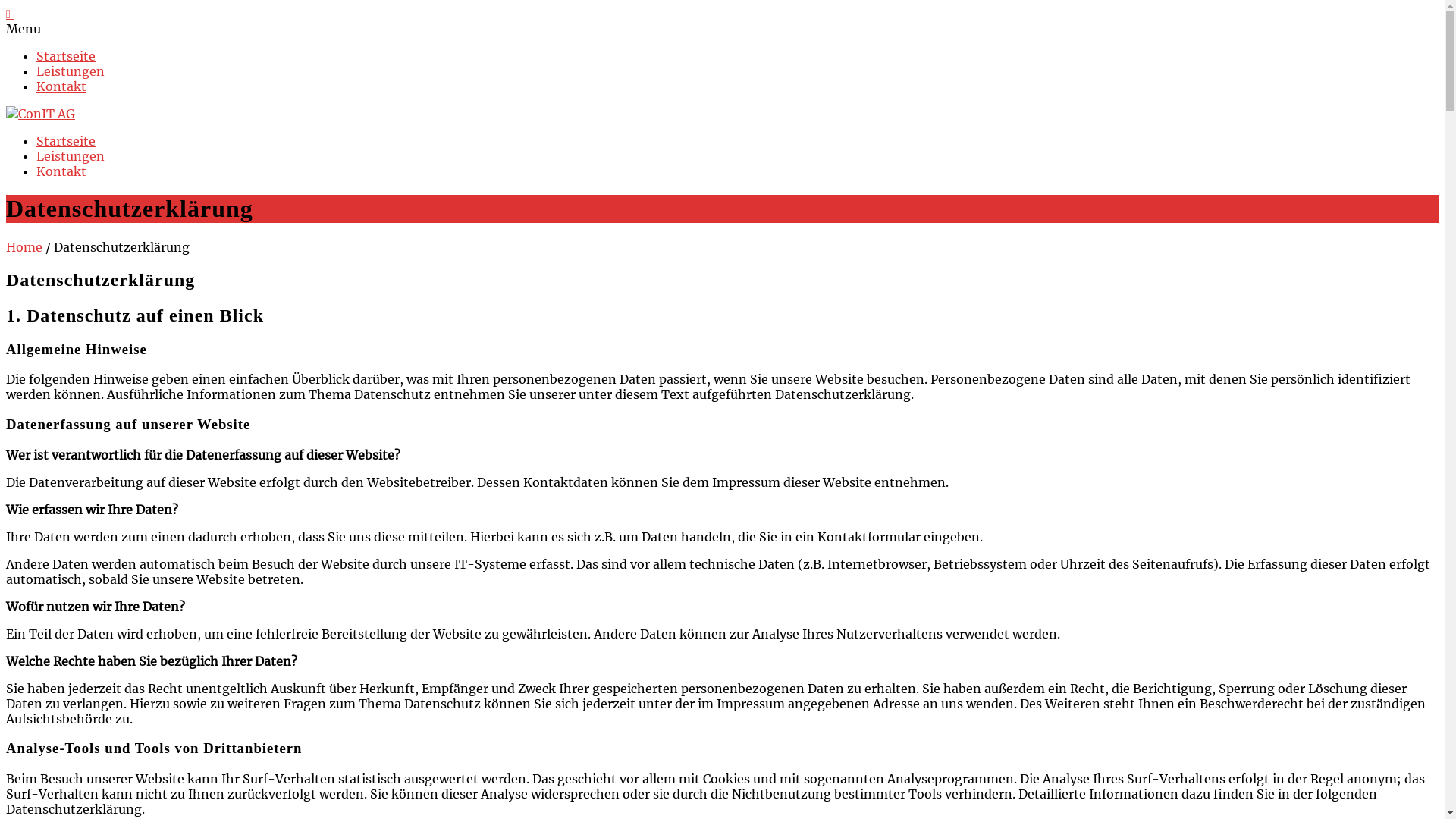  What do you see at coordinates (69, 71) in the screenshot?
I see `'Leistungen'` at bounding box center [69, 71].